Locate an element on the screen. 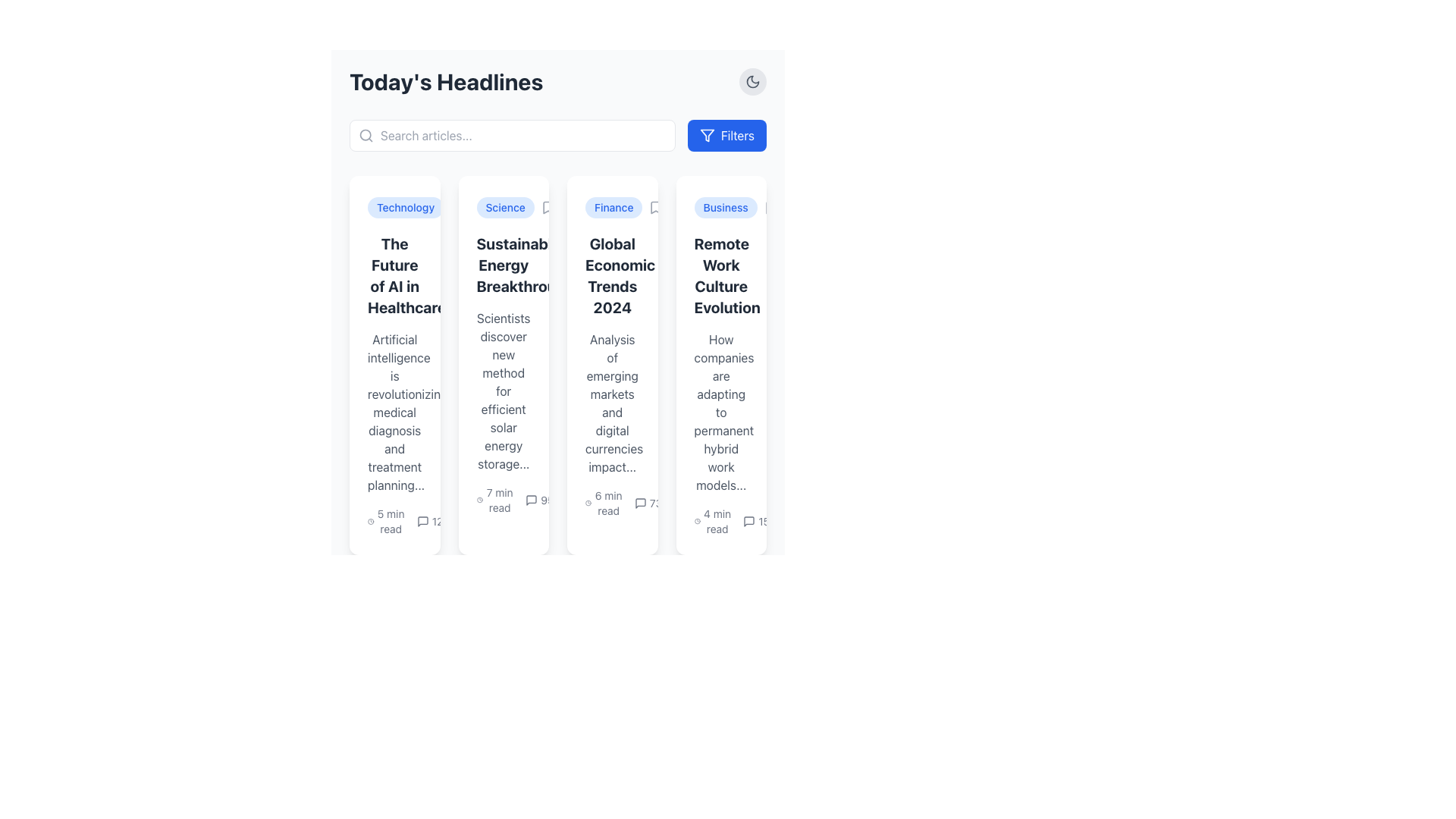 This screenshot has height=819, width=1456. the Category label located at the top of the 'Remote Work Culture Evolution' card, aligned to the left of other controls is located at coordinates (725, 207).